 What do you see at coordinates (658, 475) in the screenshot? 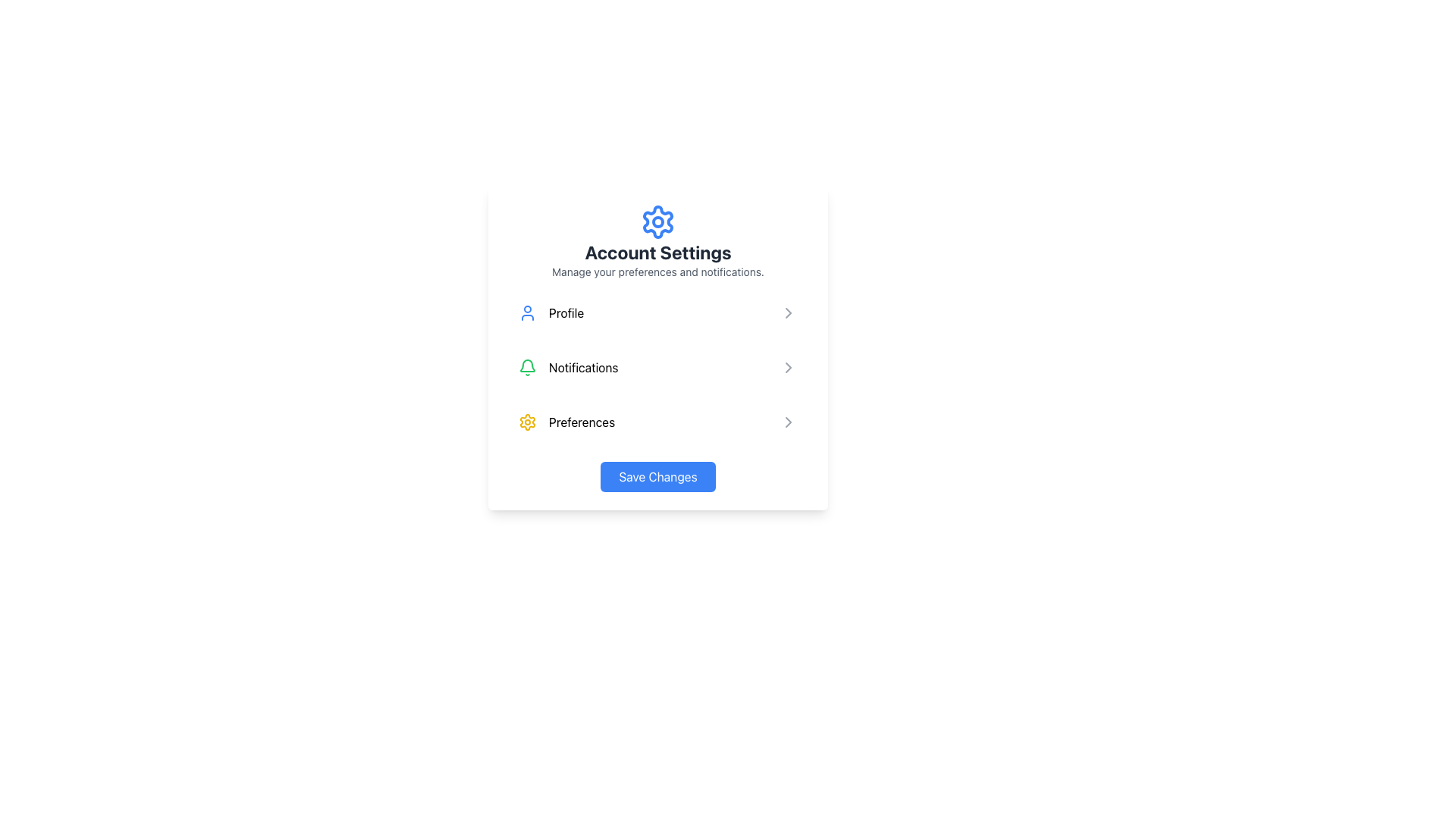
I see `the 'Save Changes' button located at the bottom of the 'Account Settings' section` at bounding box center [658, 475].